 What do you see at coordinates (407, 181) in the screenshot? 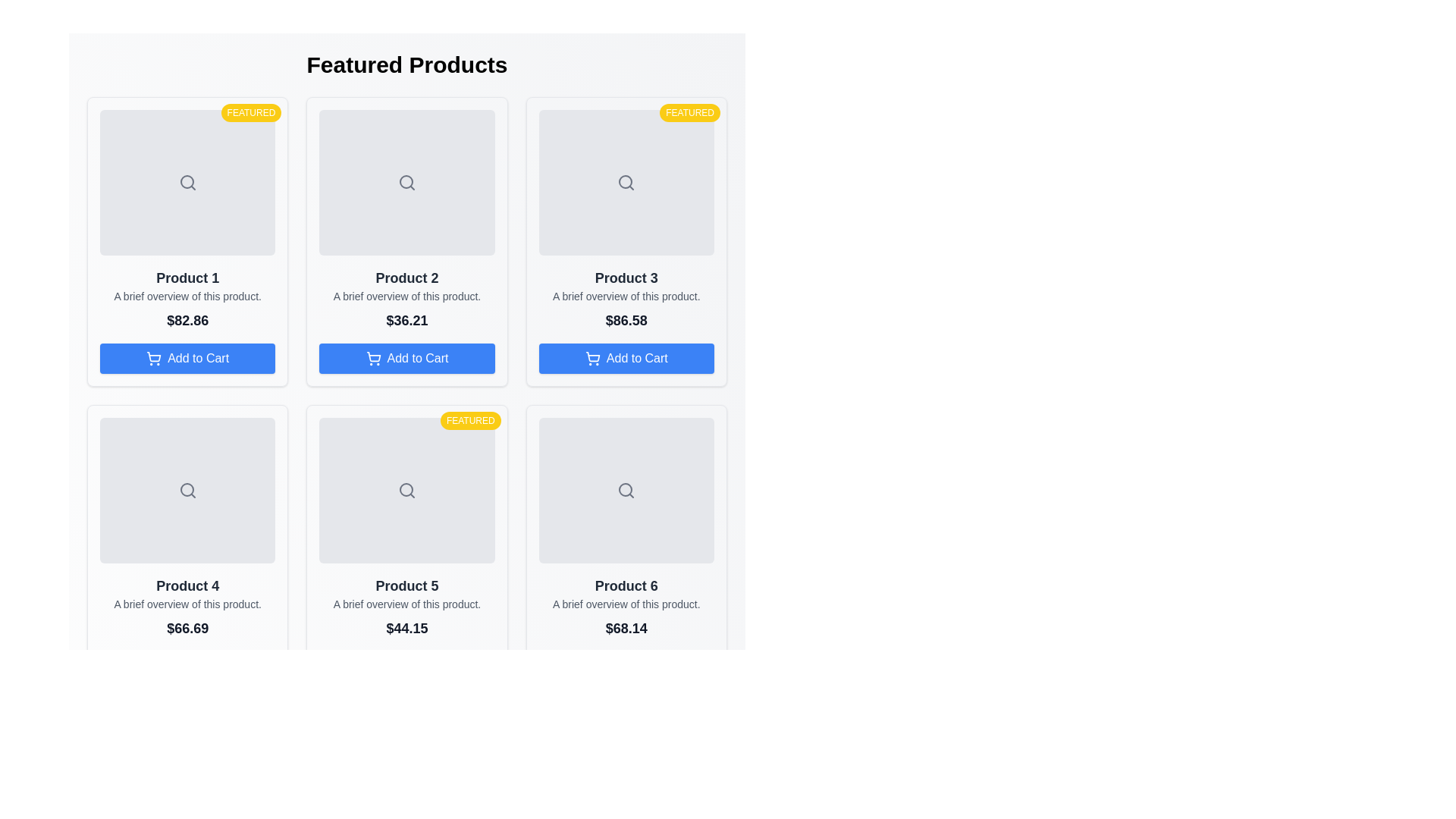
I see `the search or zoom-in icon located in the central gray placeholder of the 'Product 2' card, which is the second card in the top row among the product grid` at bounding box center [407, 181].